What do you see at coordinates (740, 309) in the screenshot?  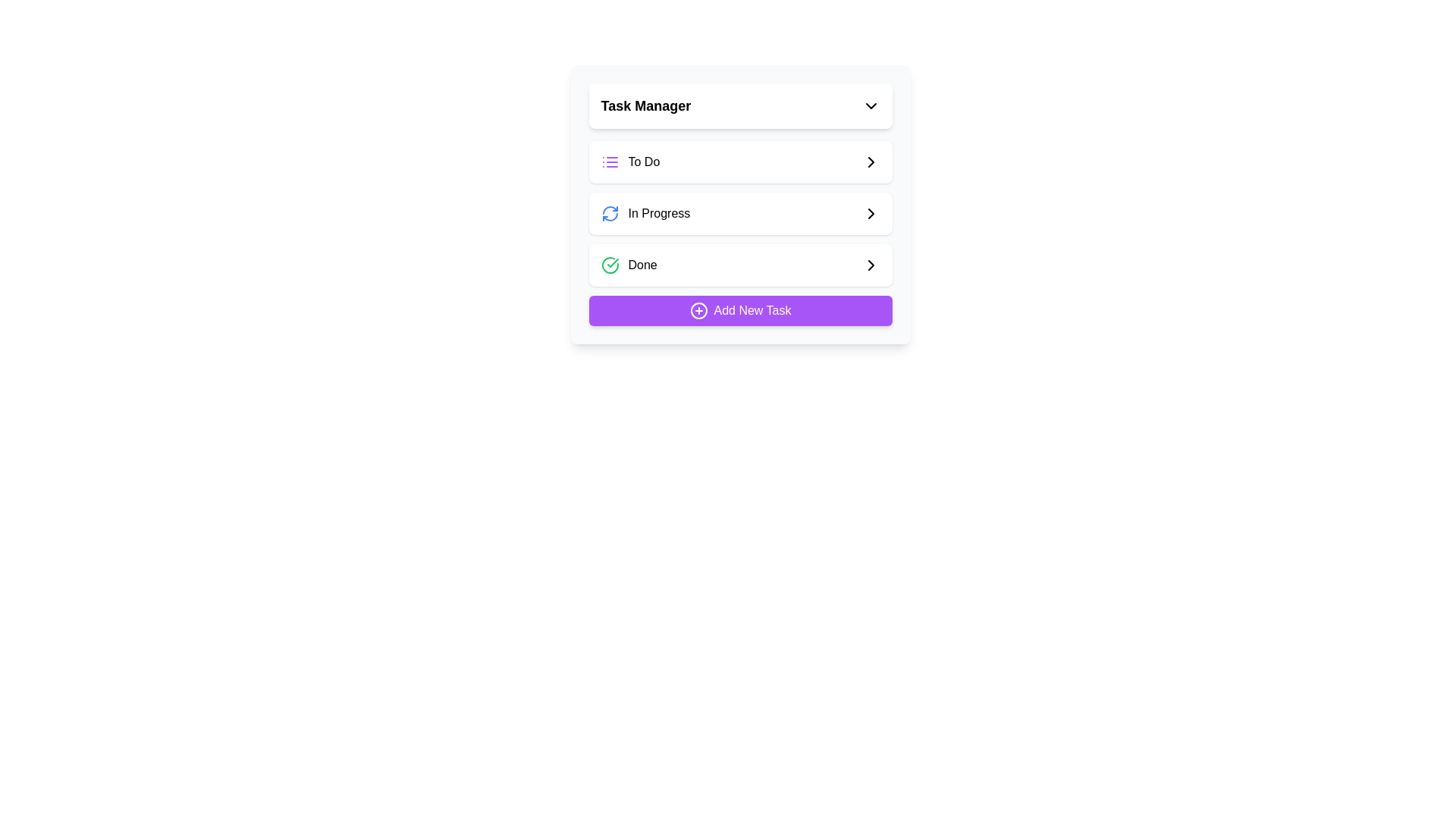 I see `the 'Add Task' button located at the bottom of the 'Task Manager' panel` at bounding box center [740, 309].